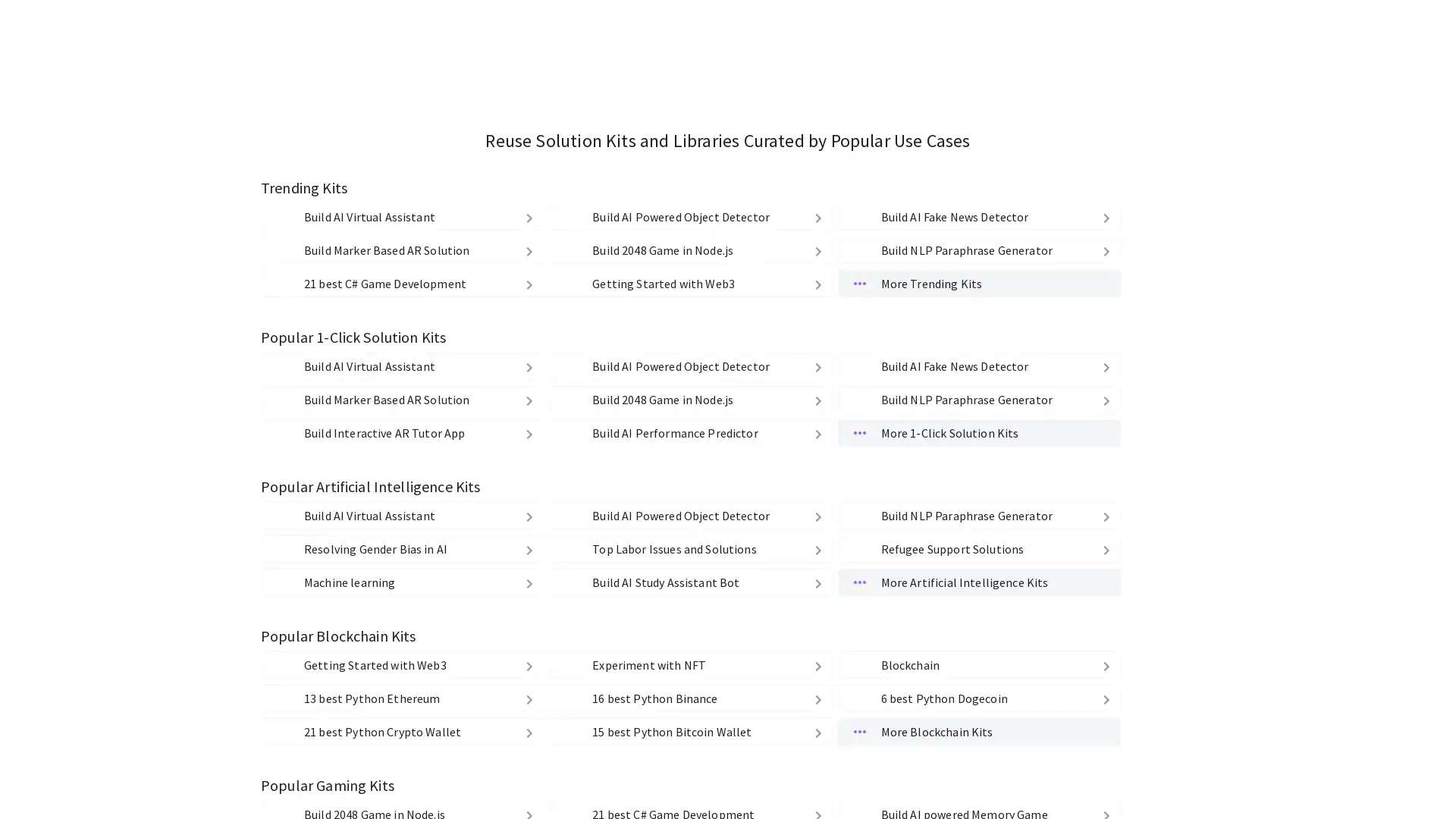 This screenshot has height=819, width=1456. I want to click on High, so click(749, 382).